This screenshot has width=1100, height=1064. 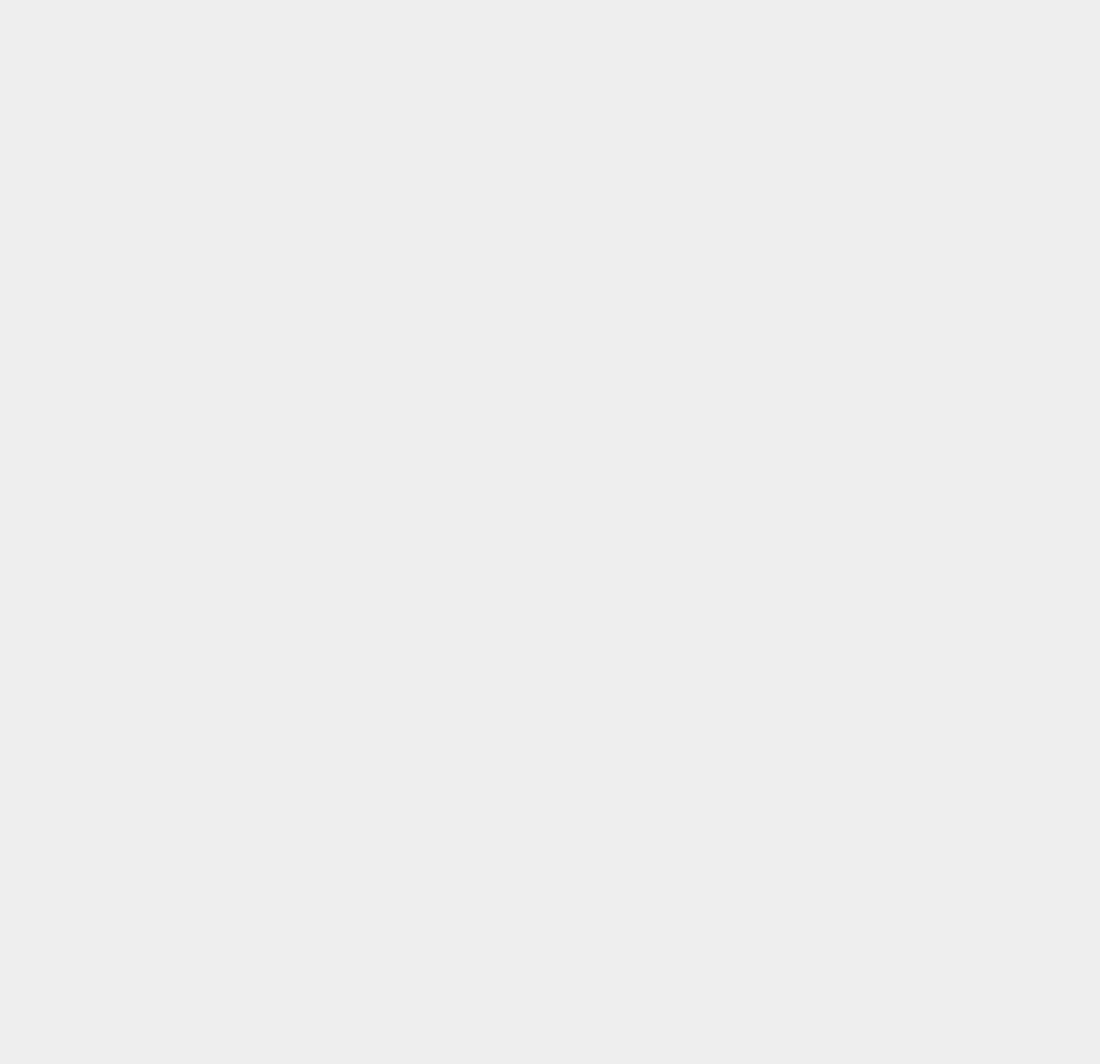 What do you see at coordinates (804, 648) in the screenshot?
I see `'iPhone 4'` at bounding box center [804, 648].